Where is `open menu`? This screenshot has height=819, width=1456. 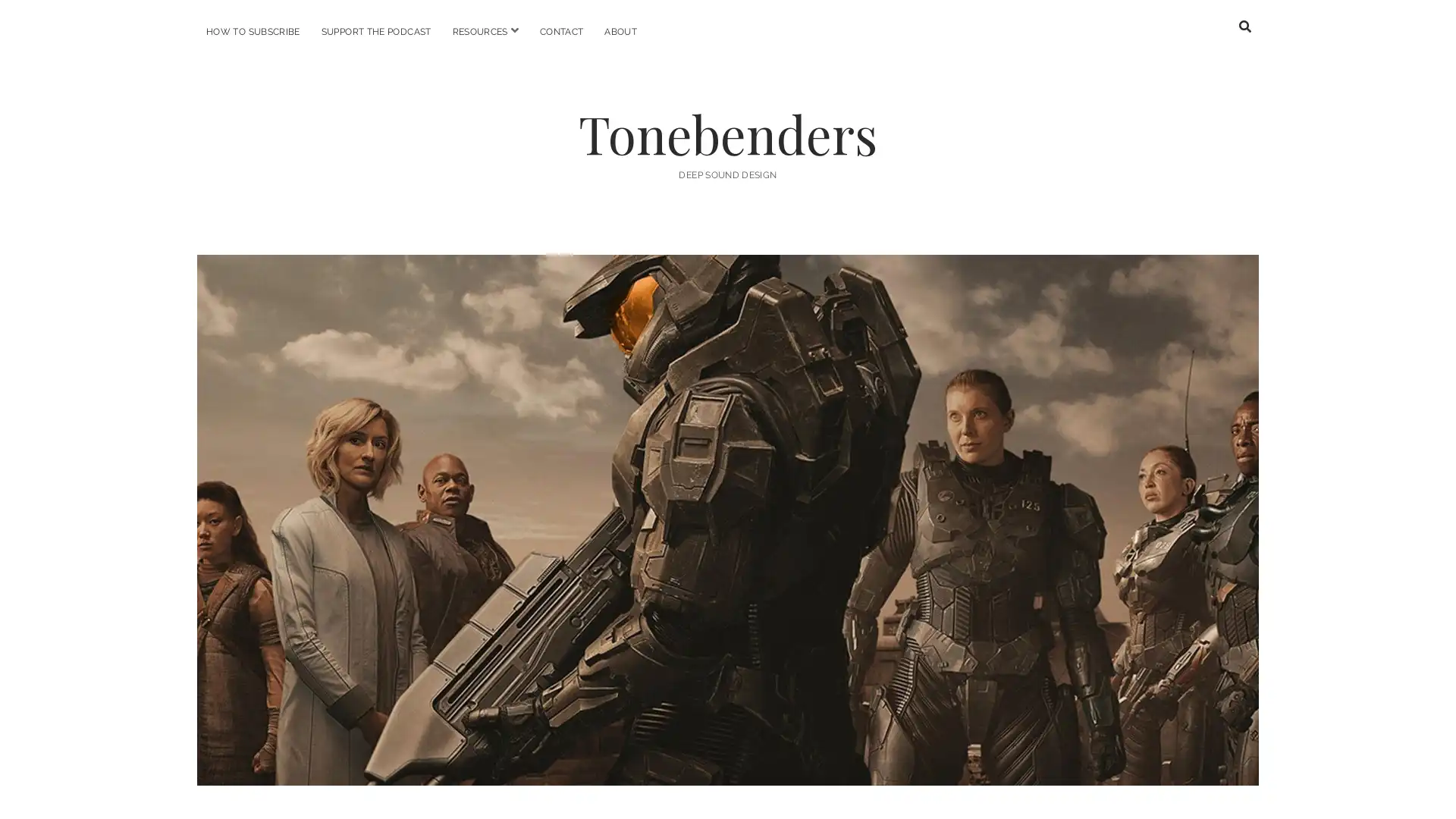 open menu is located at coordinates (513, 30).